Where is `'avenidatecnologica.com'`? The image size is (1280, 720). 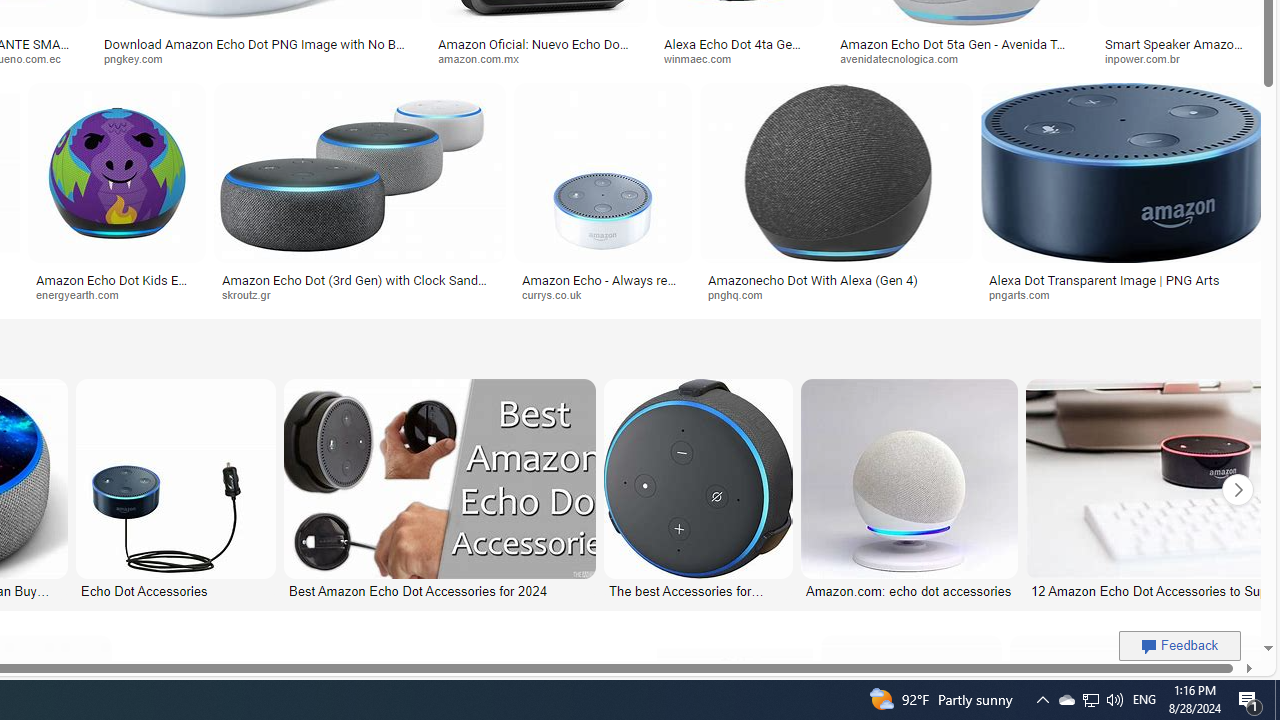 'avenidatecnologica.com' is located at coordinates (960, 58).